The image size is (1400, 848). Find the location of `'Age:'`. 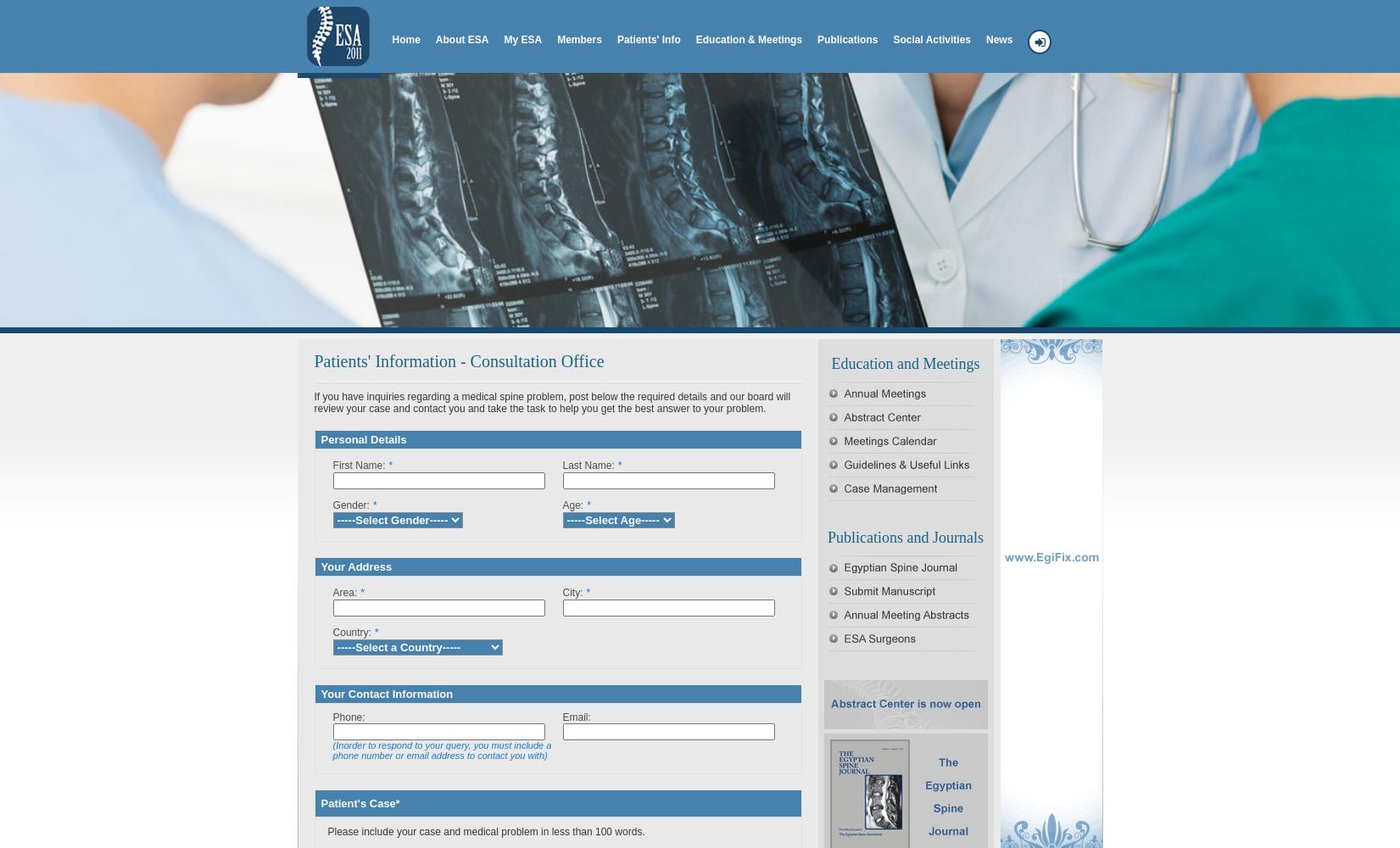

'Age:' is located at coordinates (572, 505).